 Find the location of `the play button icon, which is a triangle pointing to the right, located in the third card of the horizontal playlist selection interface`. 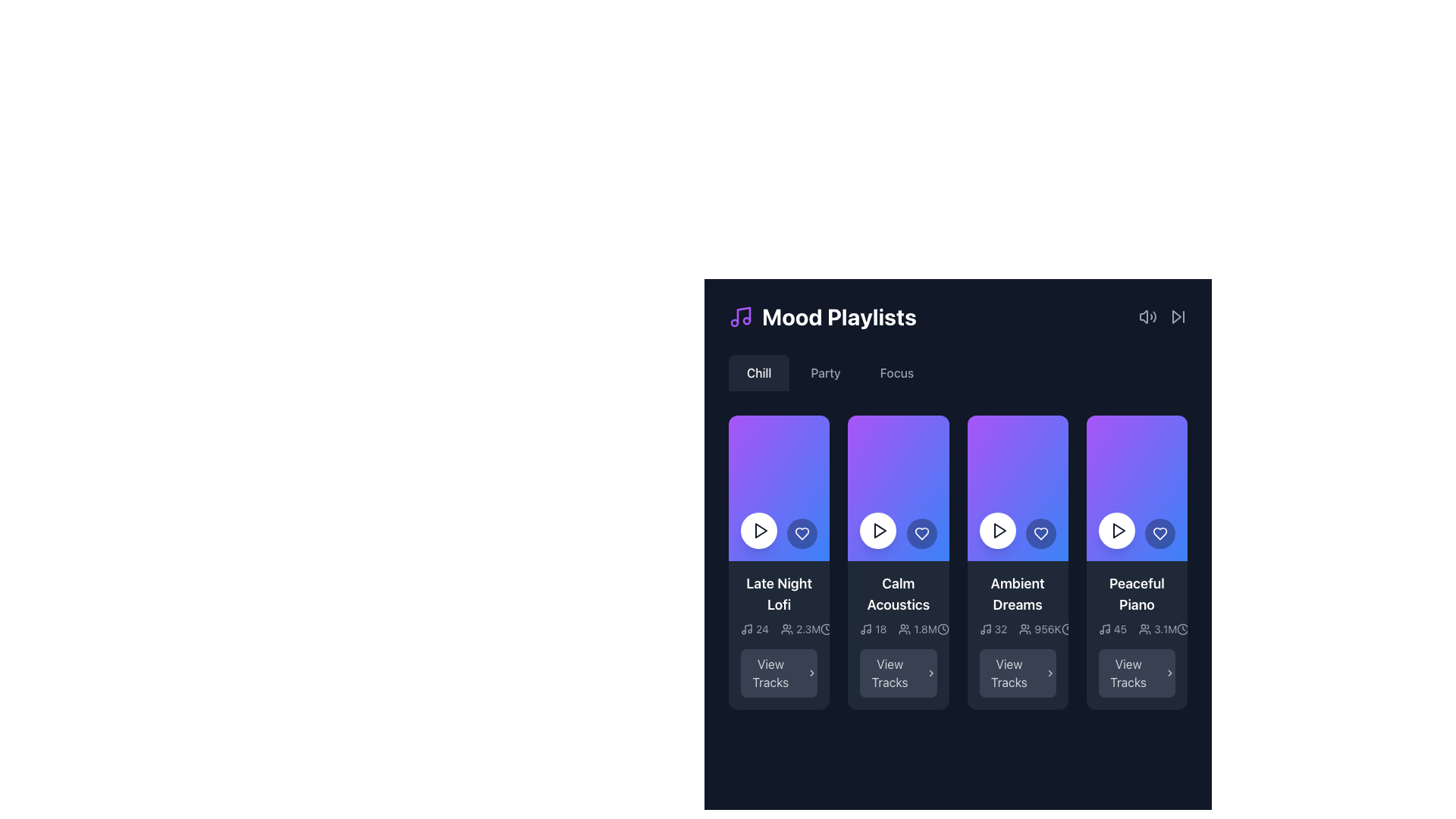

the play button icon, which is a triangle pointing to the right, located in the third card of the horizontal playlist selection interface is located at coordinates (999, 529).